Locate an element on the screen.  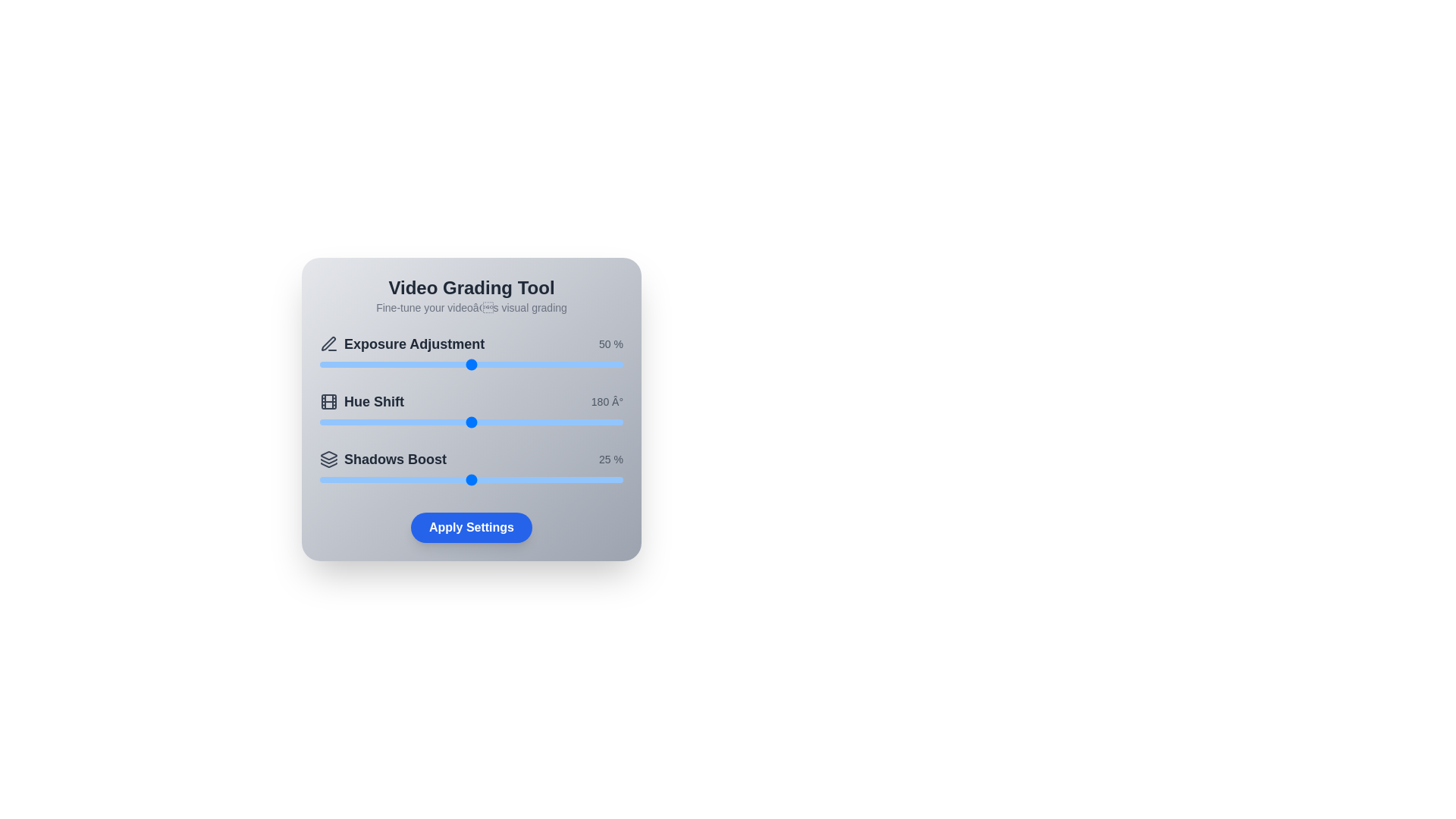
the 'Shadows Boost' icon, which is positioned to the far left of the textual label in the third line of grouped vertical elements is located at coordinates (328, 458).